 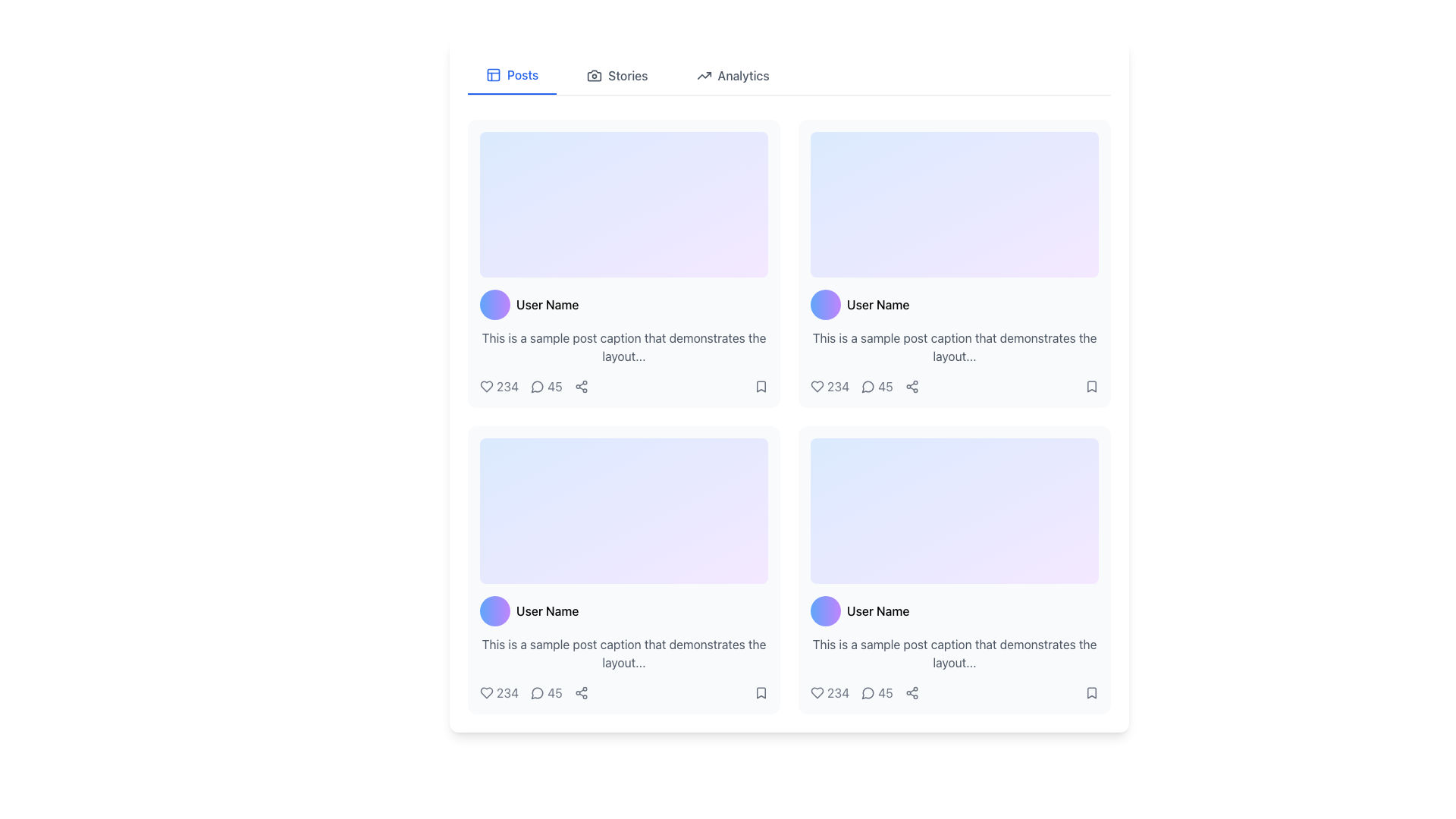 What do you see at coordinates (1092, 385) in the screenshot?
I see `the bookmark icon button, which is a small, stylized, outlined book symbol located at the far right of the row of user interaction statistics and icons` at bounding box center [1092, 385].